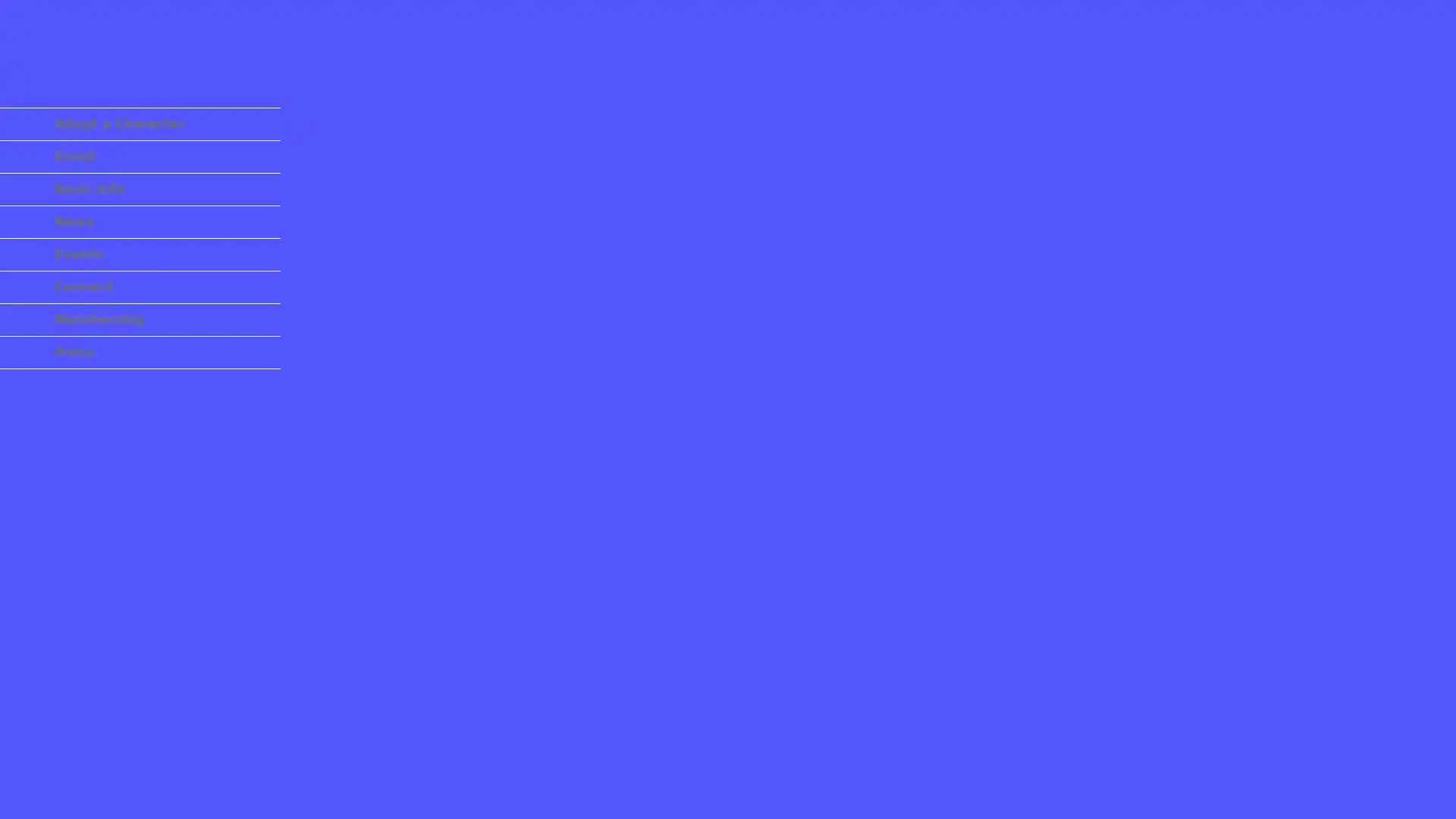 The image size is (1456, 819). I want to click on U+042E, so click(808, 650).